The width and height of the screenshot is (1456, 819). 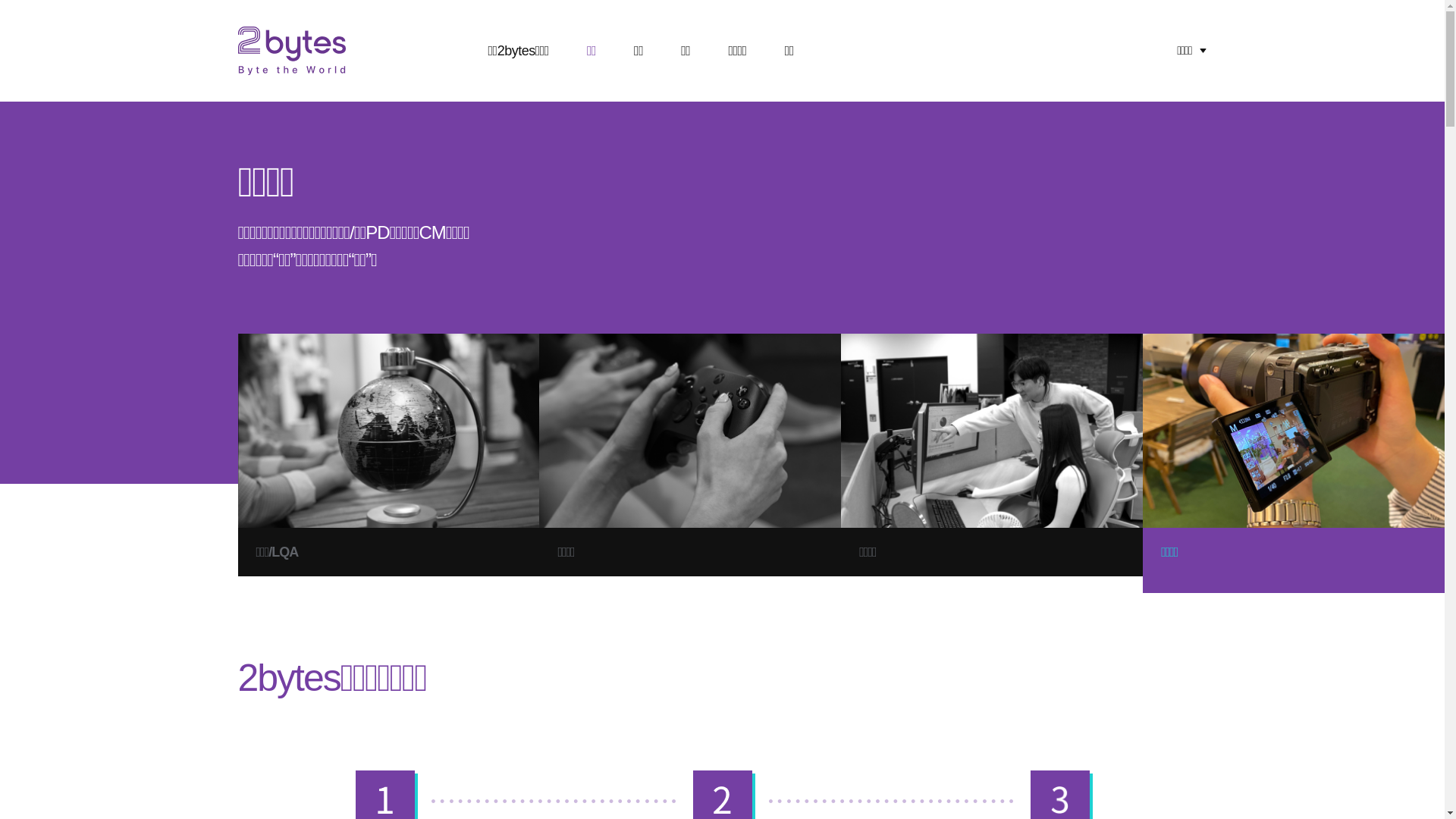 I want to click on '2Bytes byte the world', so click(x=237, y=49).